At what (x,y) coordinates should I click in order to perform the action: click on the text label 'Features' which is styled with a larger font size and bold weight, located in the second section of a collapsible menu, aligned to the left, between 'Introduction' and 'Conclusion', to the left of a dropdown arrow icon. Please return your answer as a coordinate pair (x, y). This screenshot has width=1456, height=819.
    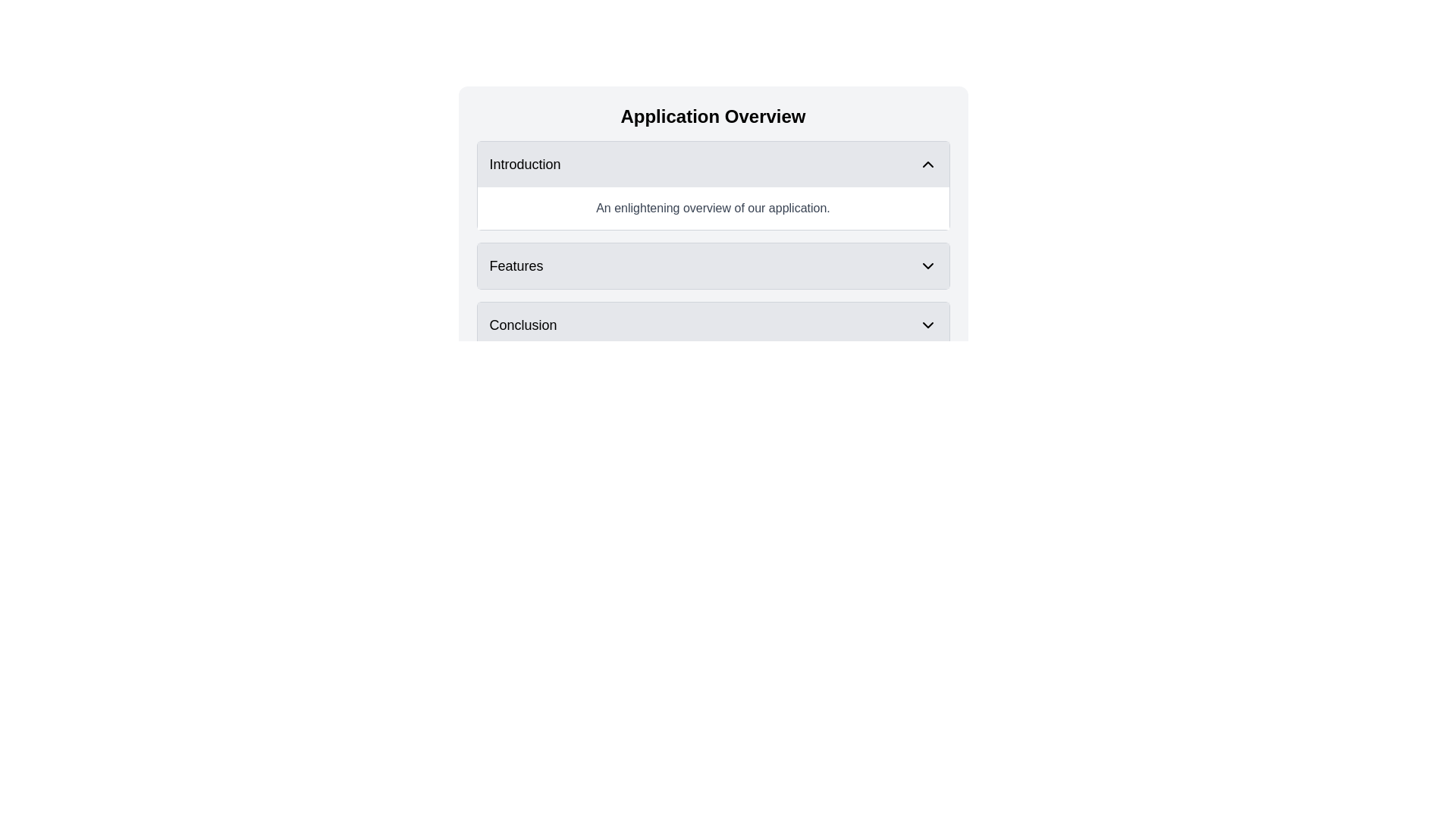
    Looking at the image, I should click on (516, 265).